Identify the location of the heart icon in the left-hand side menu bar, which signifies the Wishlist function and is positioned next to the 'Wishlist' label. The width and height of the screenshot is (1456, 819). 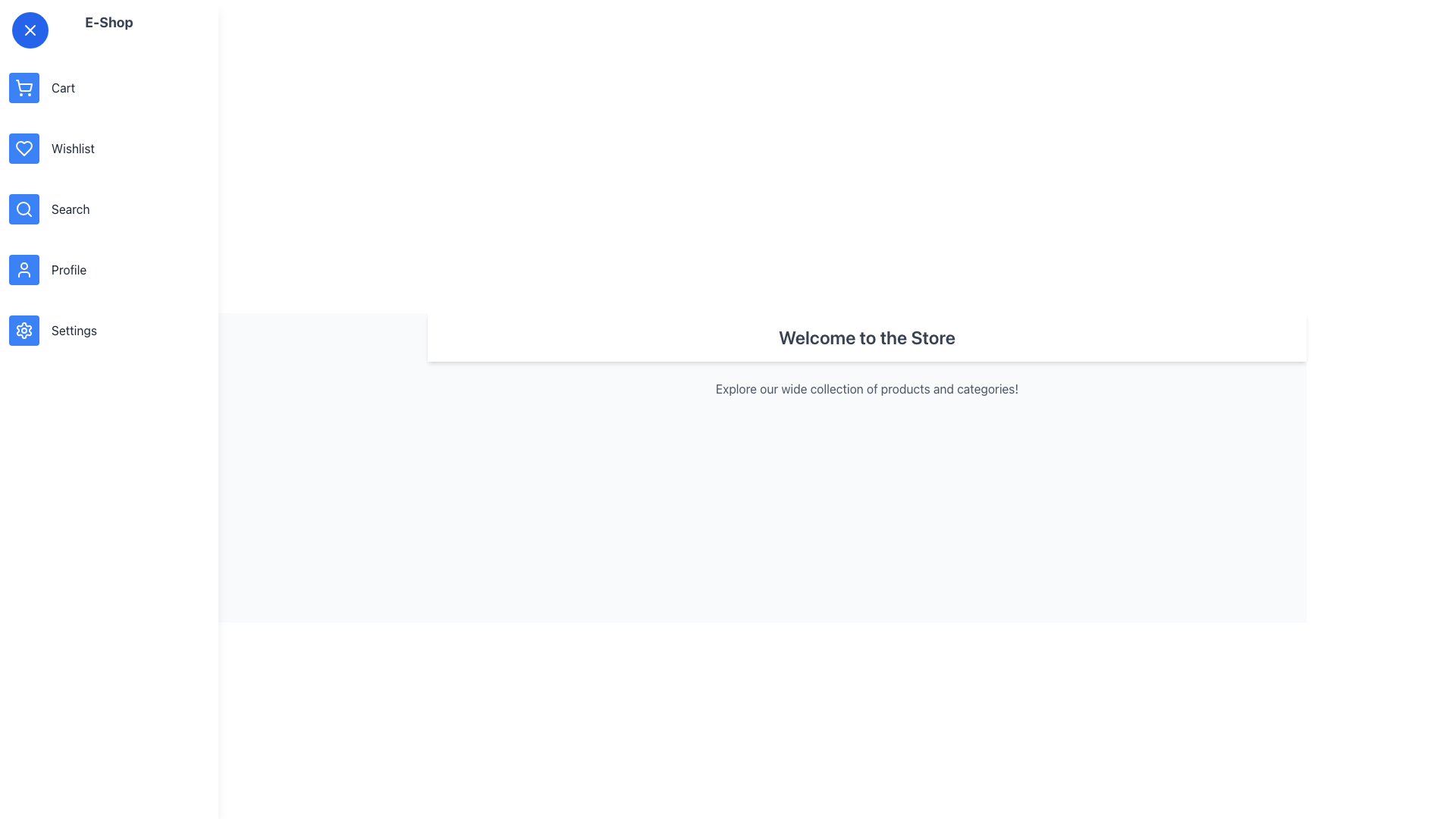
(24, 149).